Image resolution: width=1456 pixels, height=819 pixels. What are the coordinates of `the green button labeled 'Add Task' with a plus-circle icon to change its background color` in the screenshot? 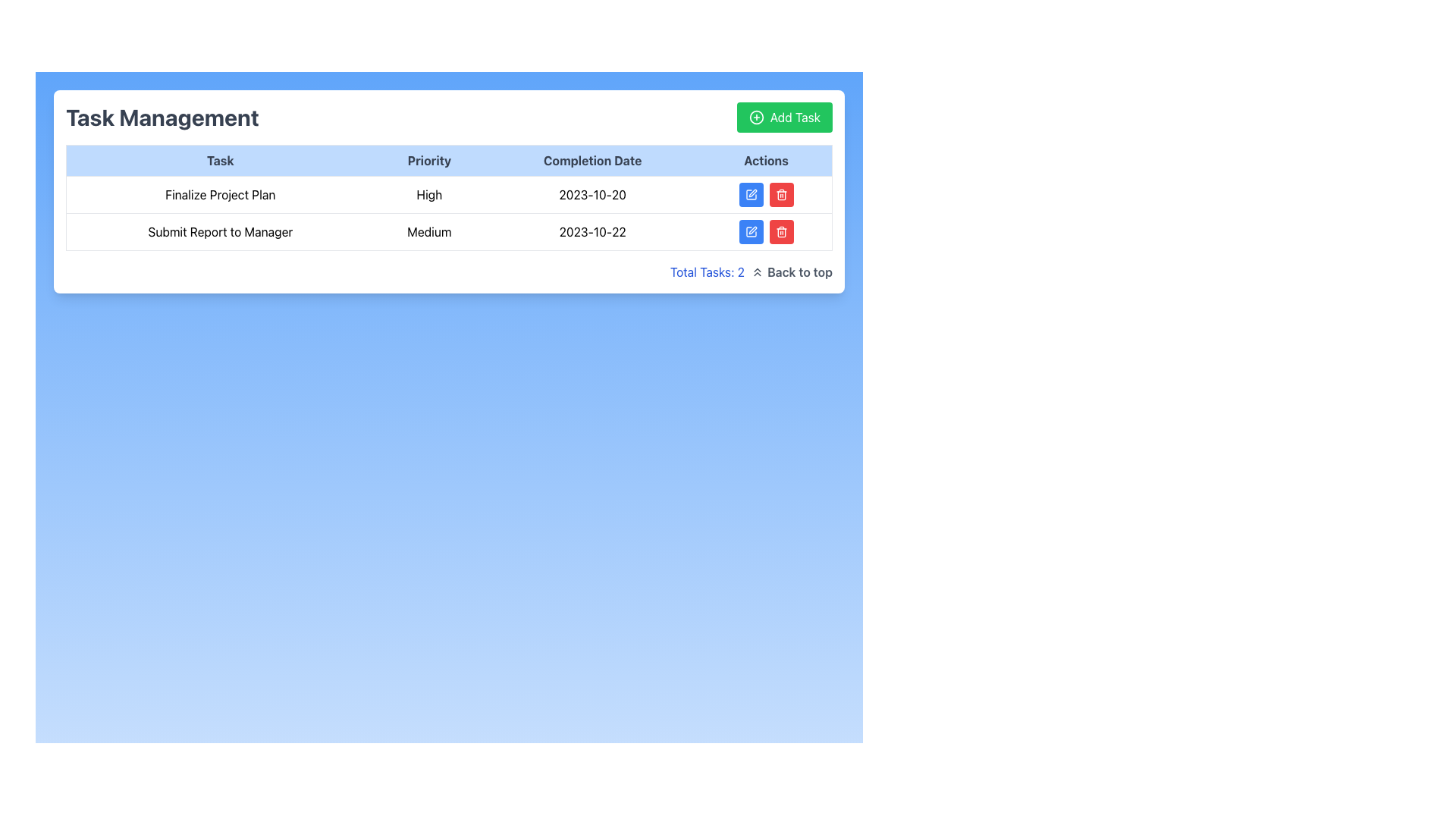 It's located at (784, 116).